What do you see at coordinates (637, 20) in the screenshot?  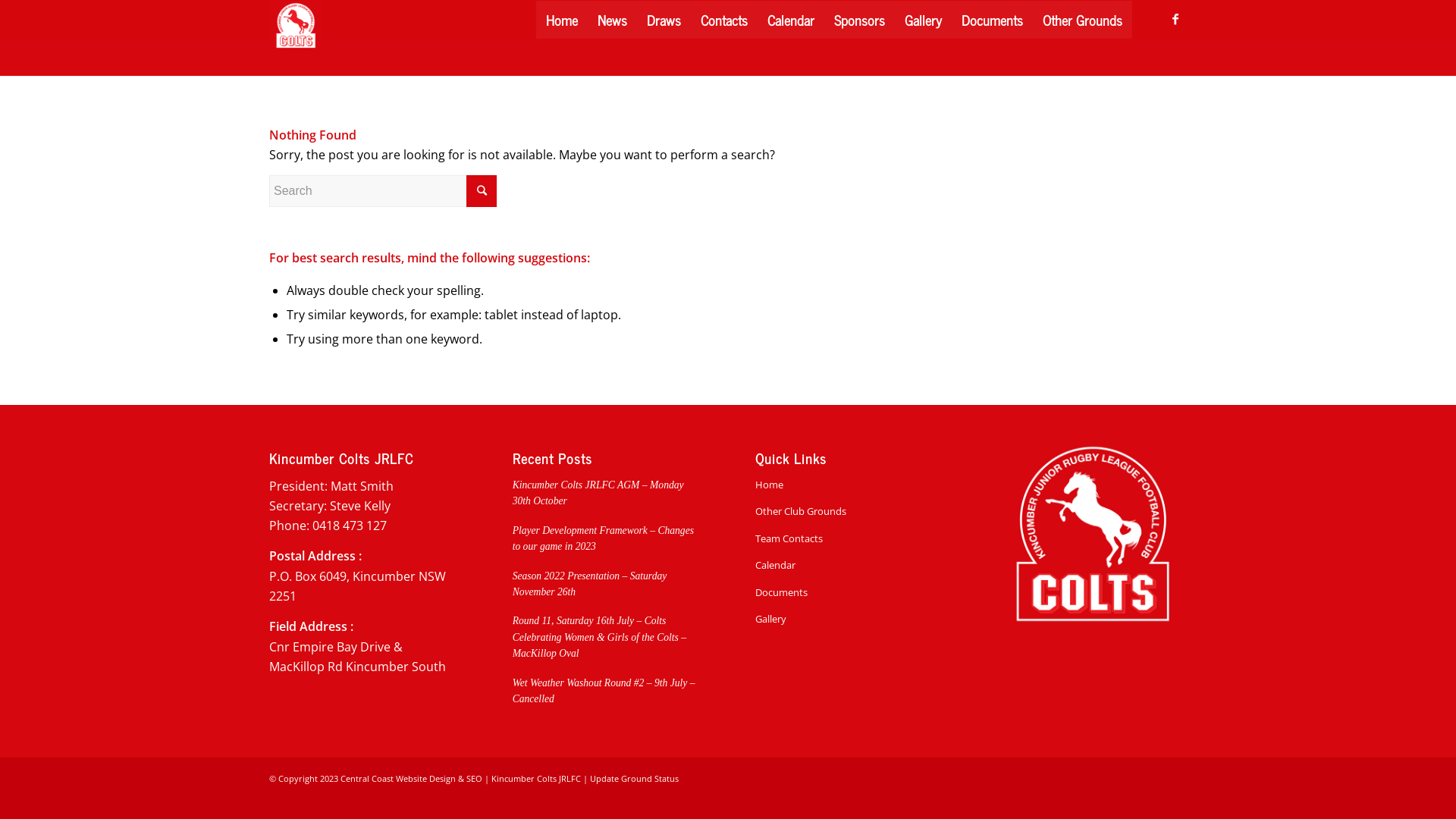 I see `'Draws'` at bounding box center [637, 20].